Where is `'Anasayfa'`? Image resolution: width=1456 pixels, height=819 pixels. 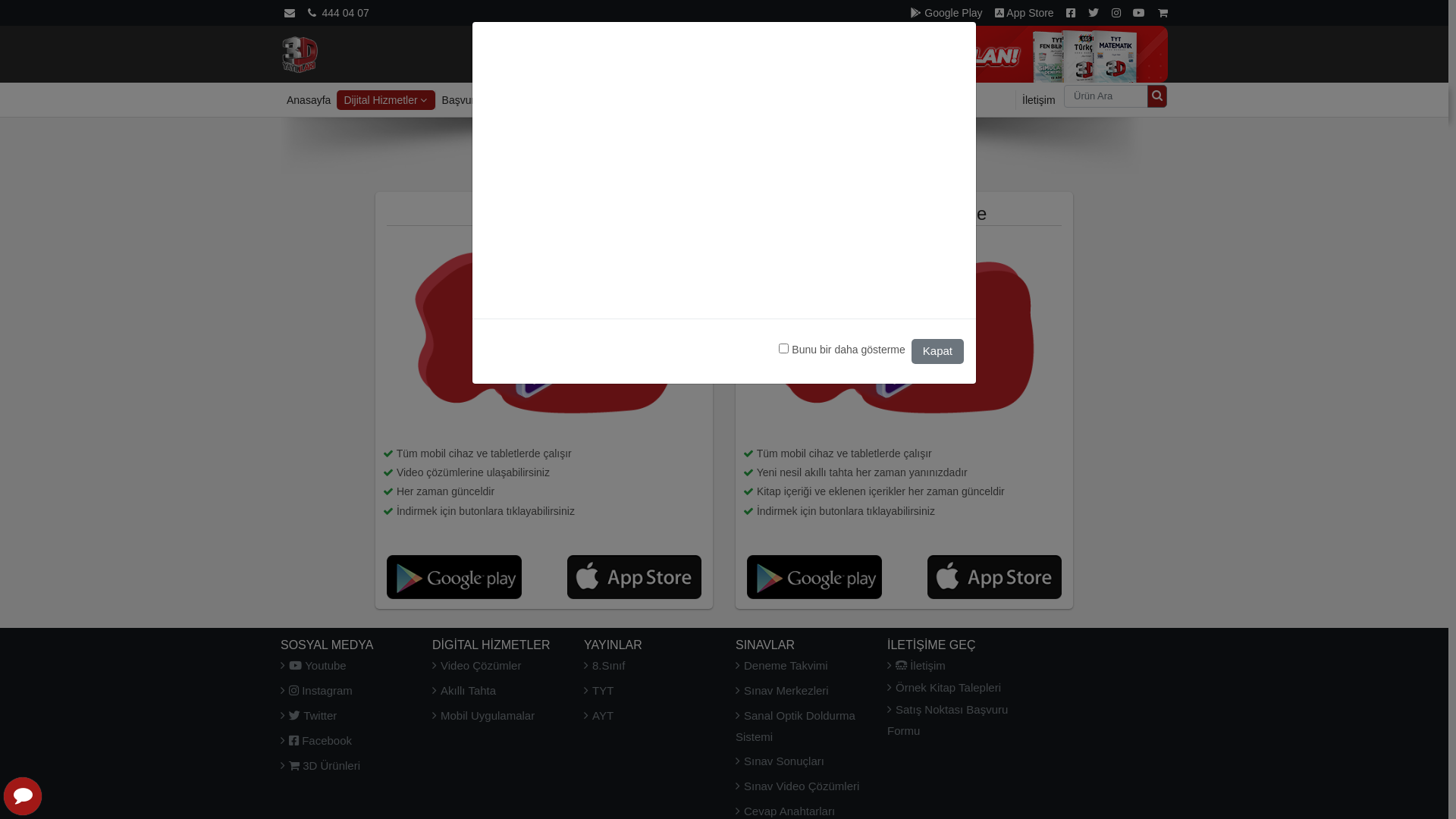
'Anasayfa' is located at coordinates (308, 99).